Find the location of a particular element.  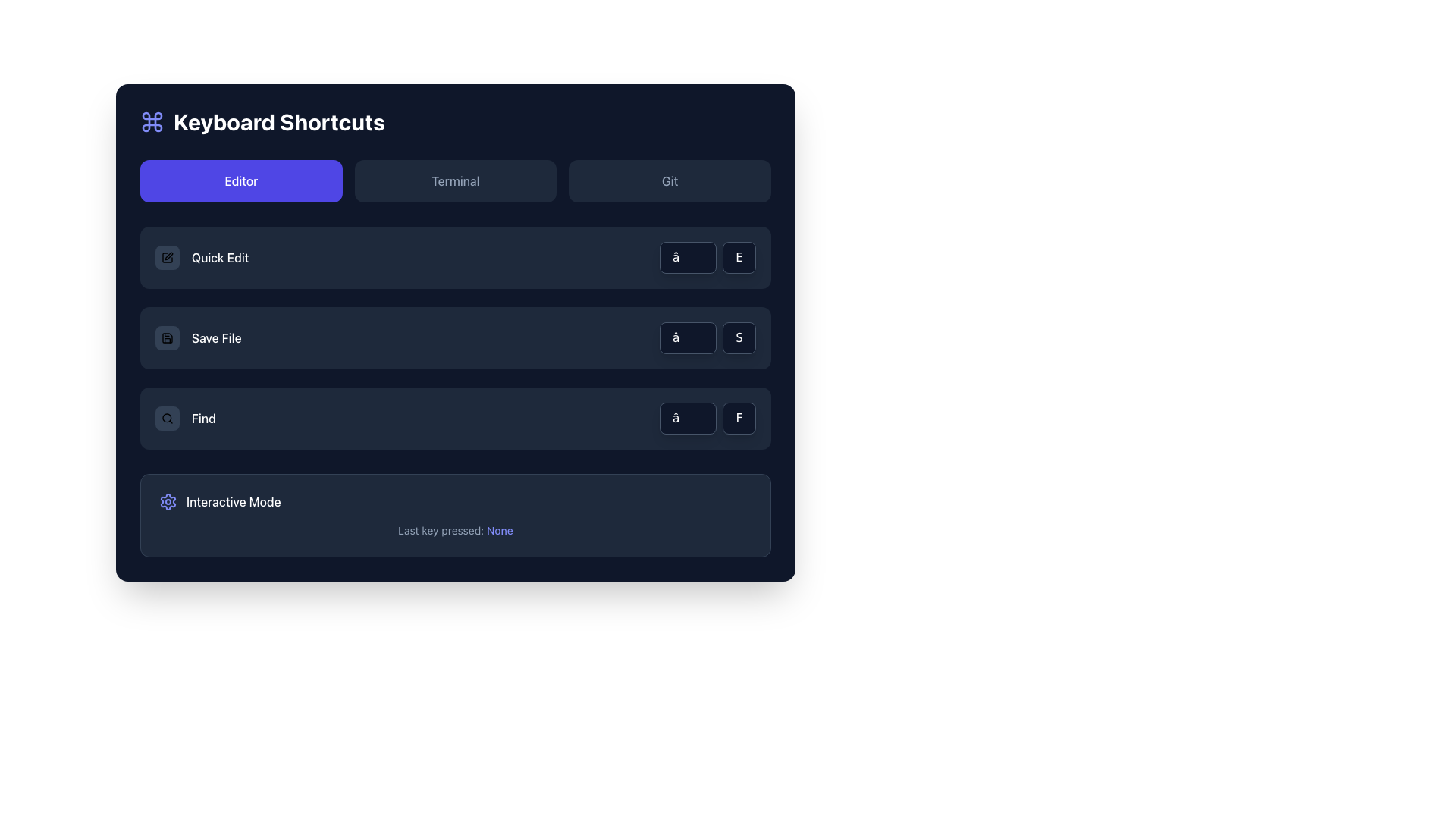

the 'Quick Edit' text label, which displays in white font color next to a pen icon on a dark background, located in the first row of the shortcut list under the 'Editor' tab is located at coordinates (219, 256).